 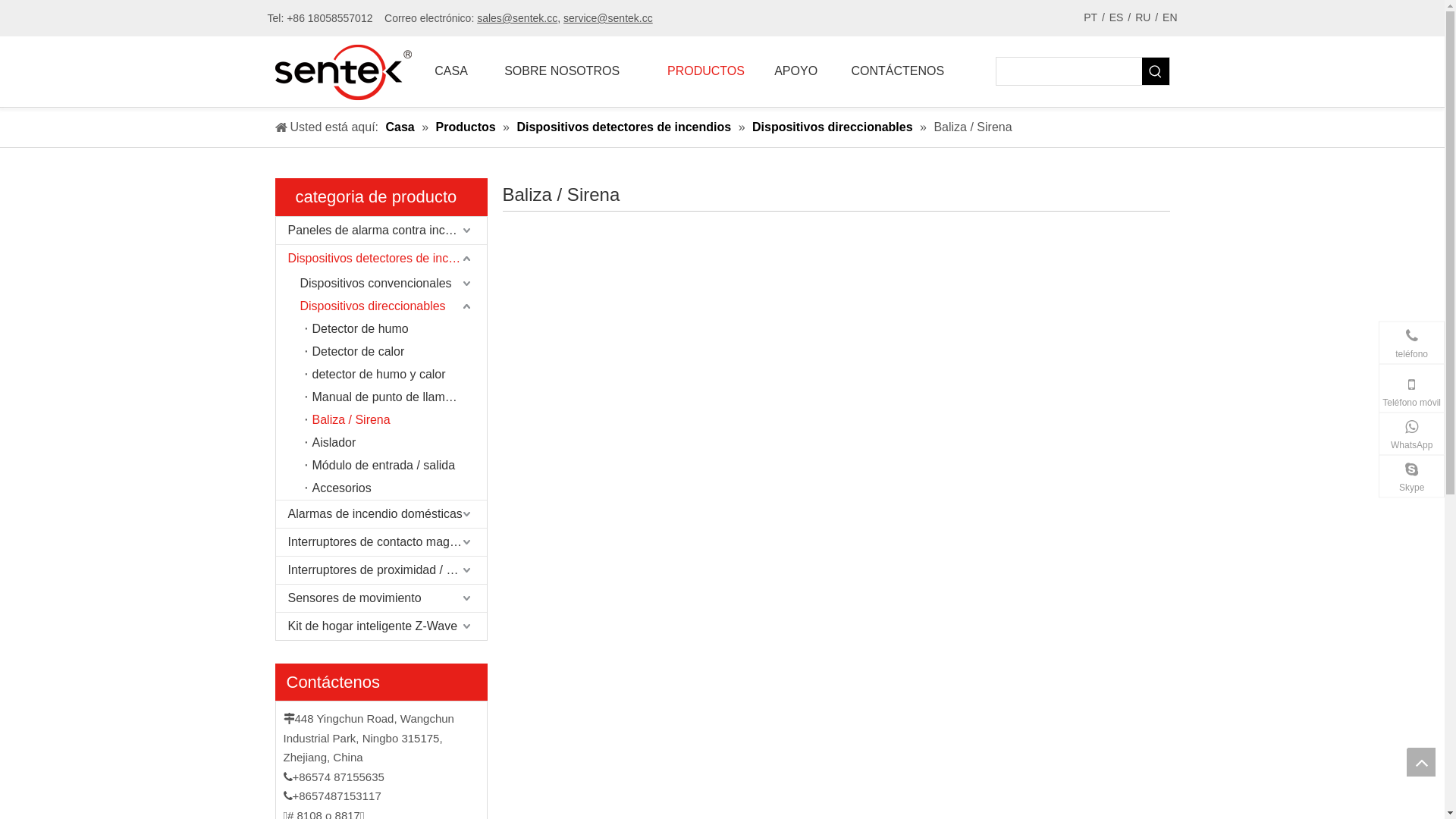 What do you see at coordinates (381, 598) in the screenshot?
I see `'Sensores de movimiento'` at bounding box center [381, 598].